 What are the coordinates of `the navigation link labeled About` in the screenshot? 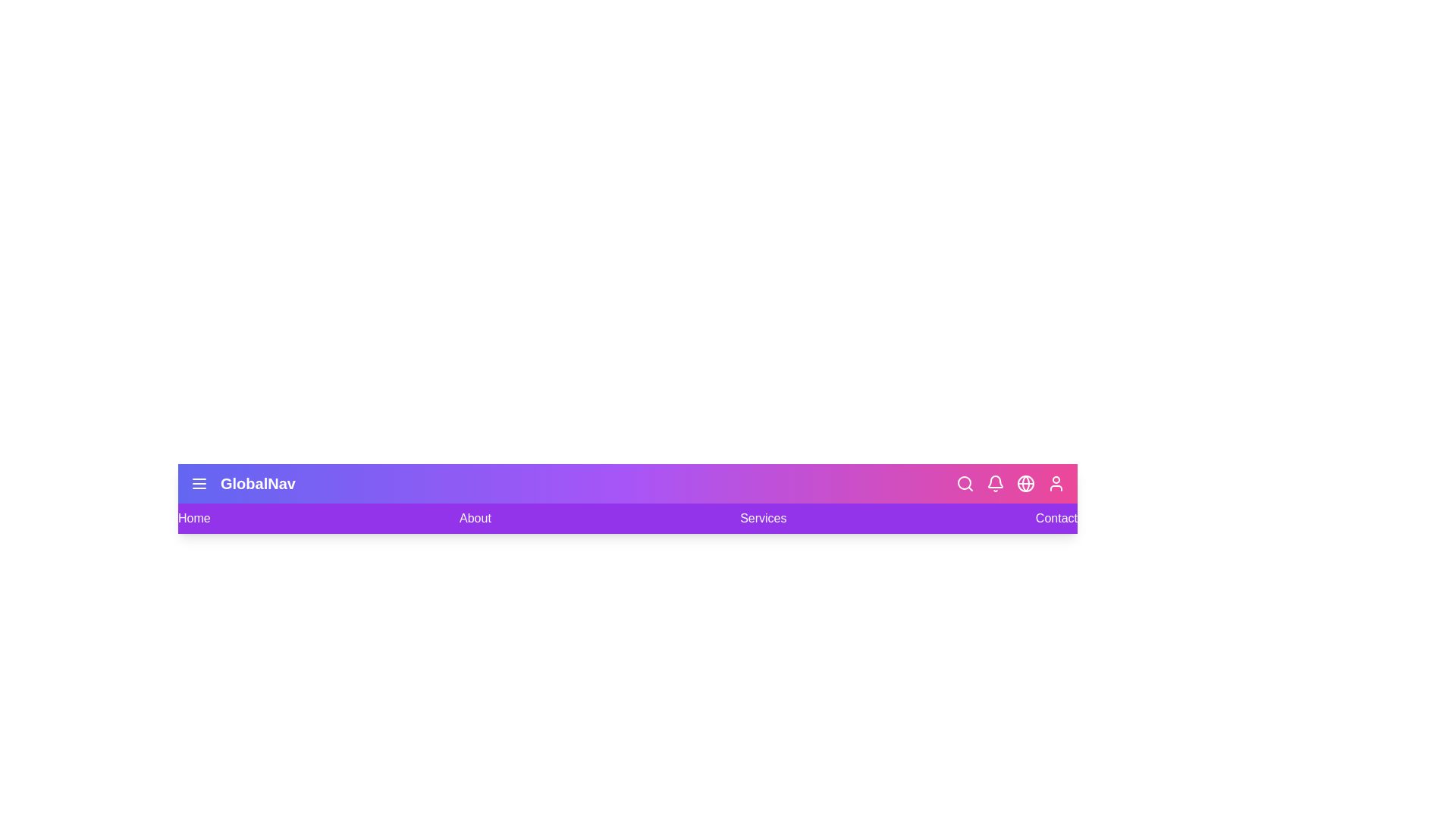 It's located at (475, 517).